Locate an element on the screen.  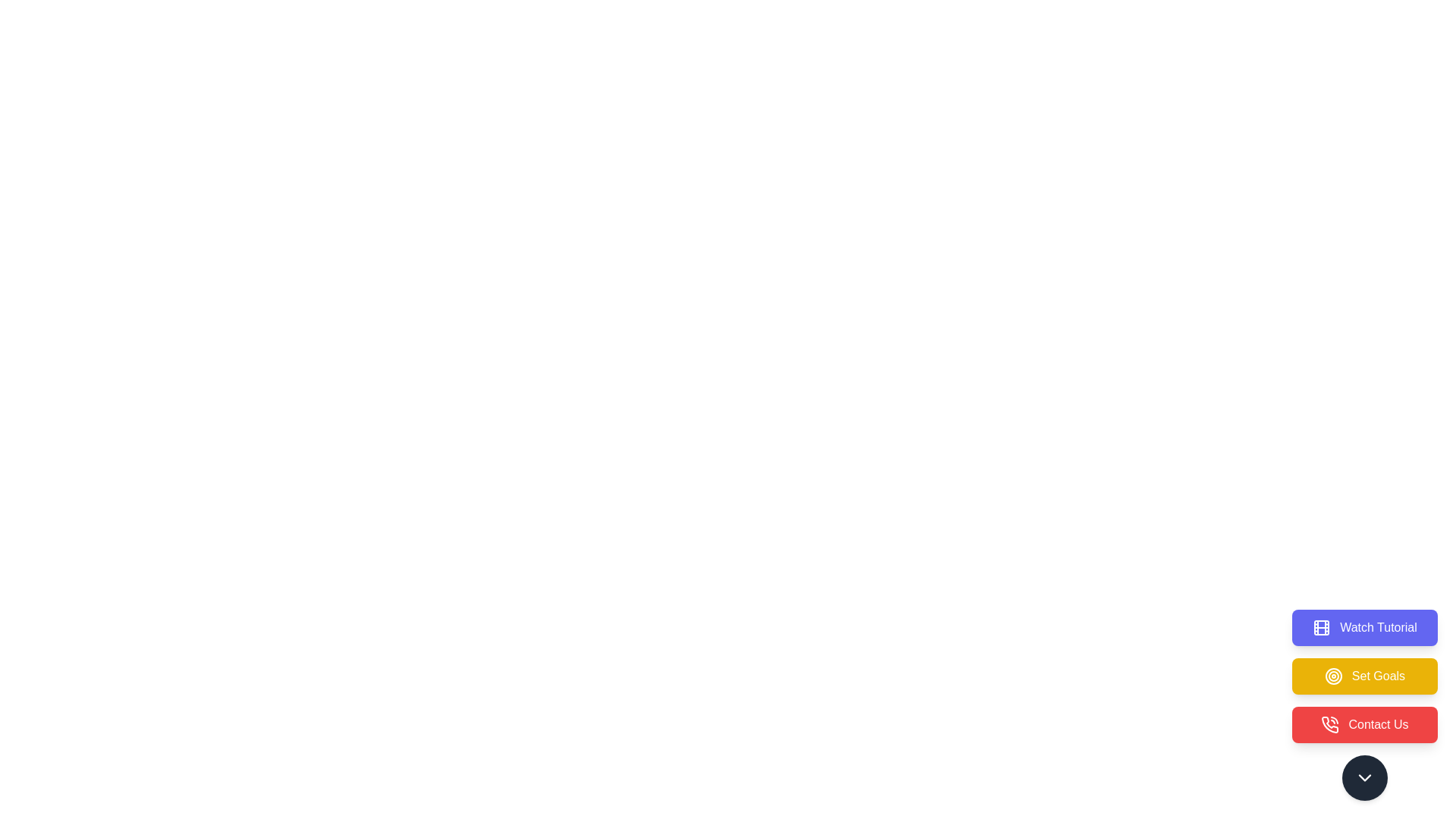
the toggle button to expand or collapse the menu is located at coordinates (1365, 778).